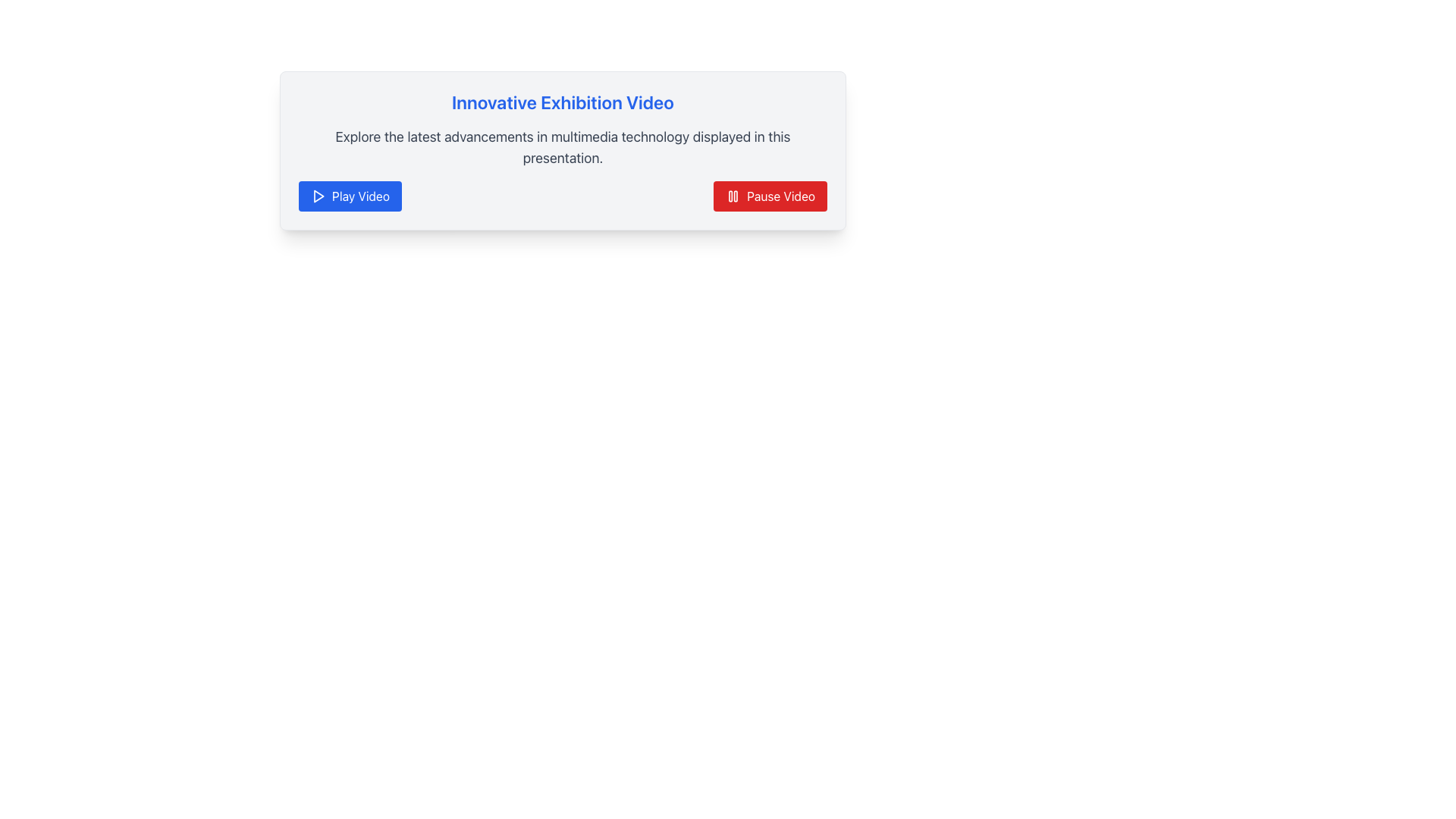 Image resolution: width=1456 pixels, height=819 pixels. What do you see at coordinates (349, 195) in the screenshot?
I see `the first button in the horizontal layout that initiates video playback` at bounding box center [349, 195].